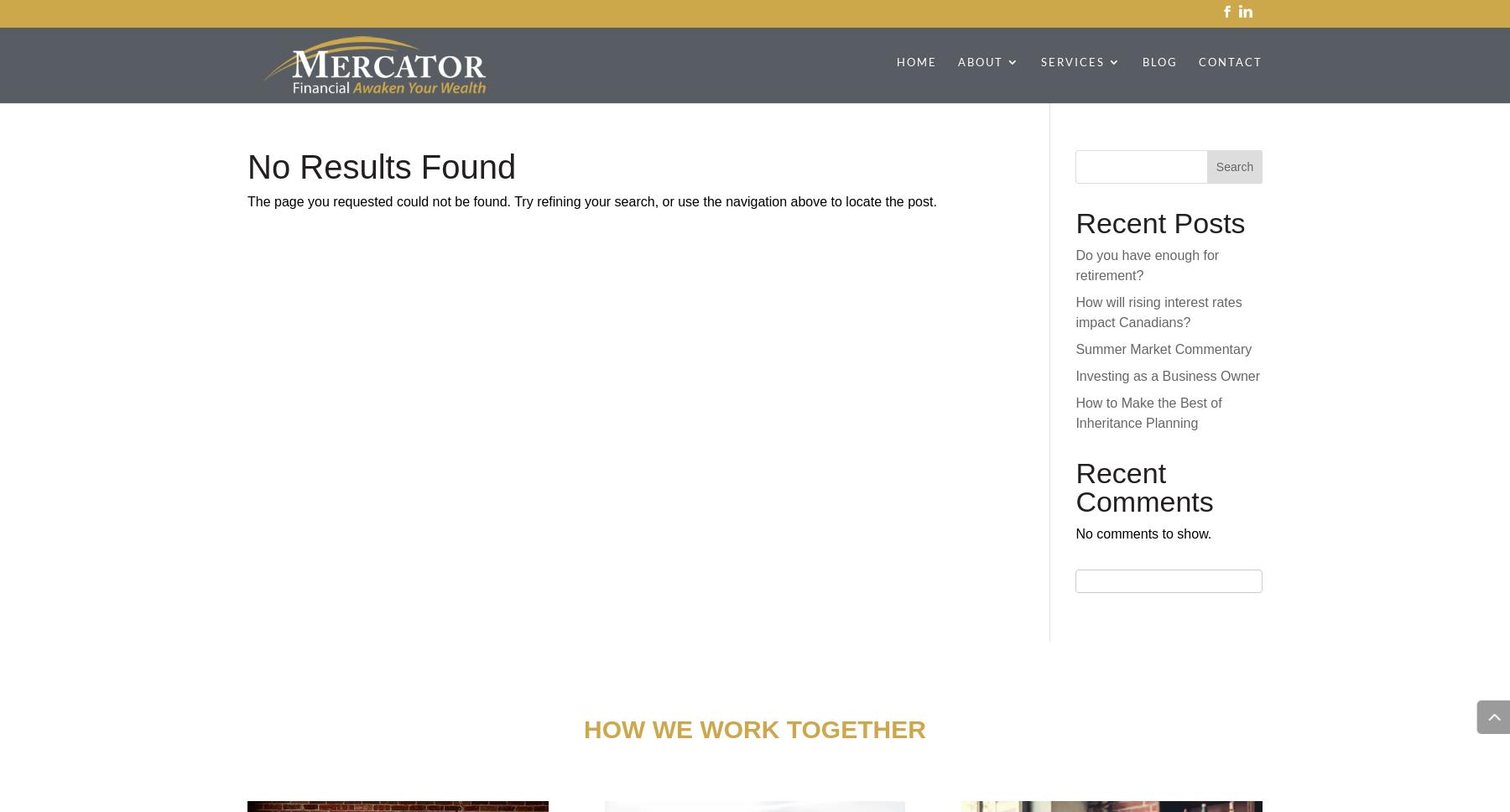 This screenshot has height=812, width=1510. Describe the element at coordinates (916, 60) in the screenshot. I see `'HOME'` at that location.